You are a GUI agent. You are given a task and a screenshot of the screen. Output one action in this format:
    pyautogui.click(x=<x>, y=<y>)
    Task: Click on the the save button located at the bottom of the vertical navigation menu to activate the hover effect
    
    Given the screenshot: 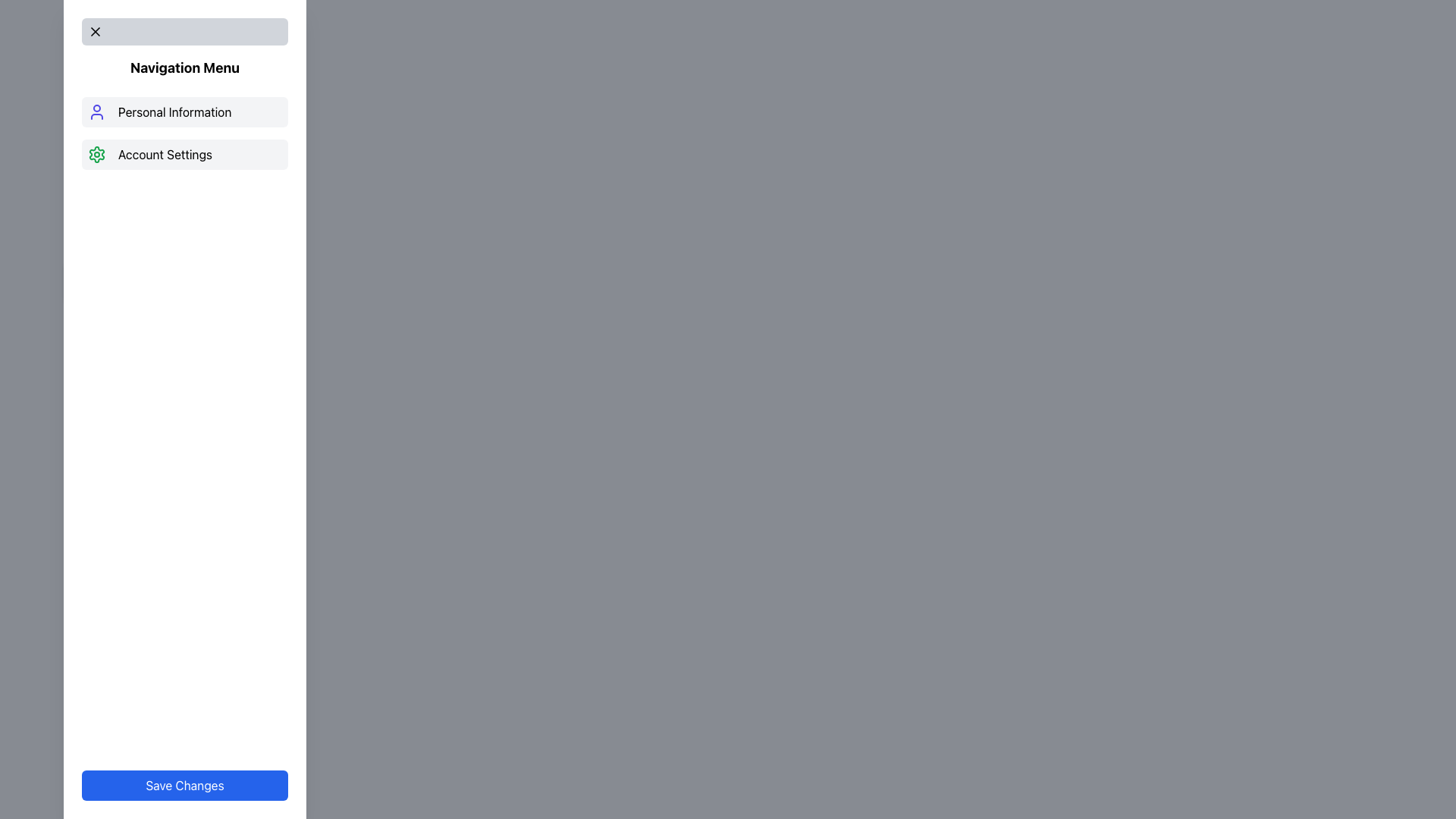 What is the action you would take?
    pyautogui.click(x=184, y=785)
    